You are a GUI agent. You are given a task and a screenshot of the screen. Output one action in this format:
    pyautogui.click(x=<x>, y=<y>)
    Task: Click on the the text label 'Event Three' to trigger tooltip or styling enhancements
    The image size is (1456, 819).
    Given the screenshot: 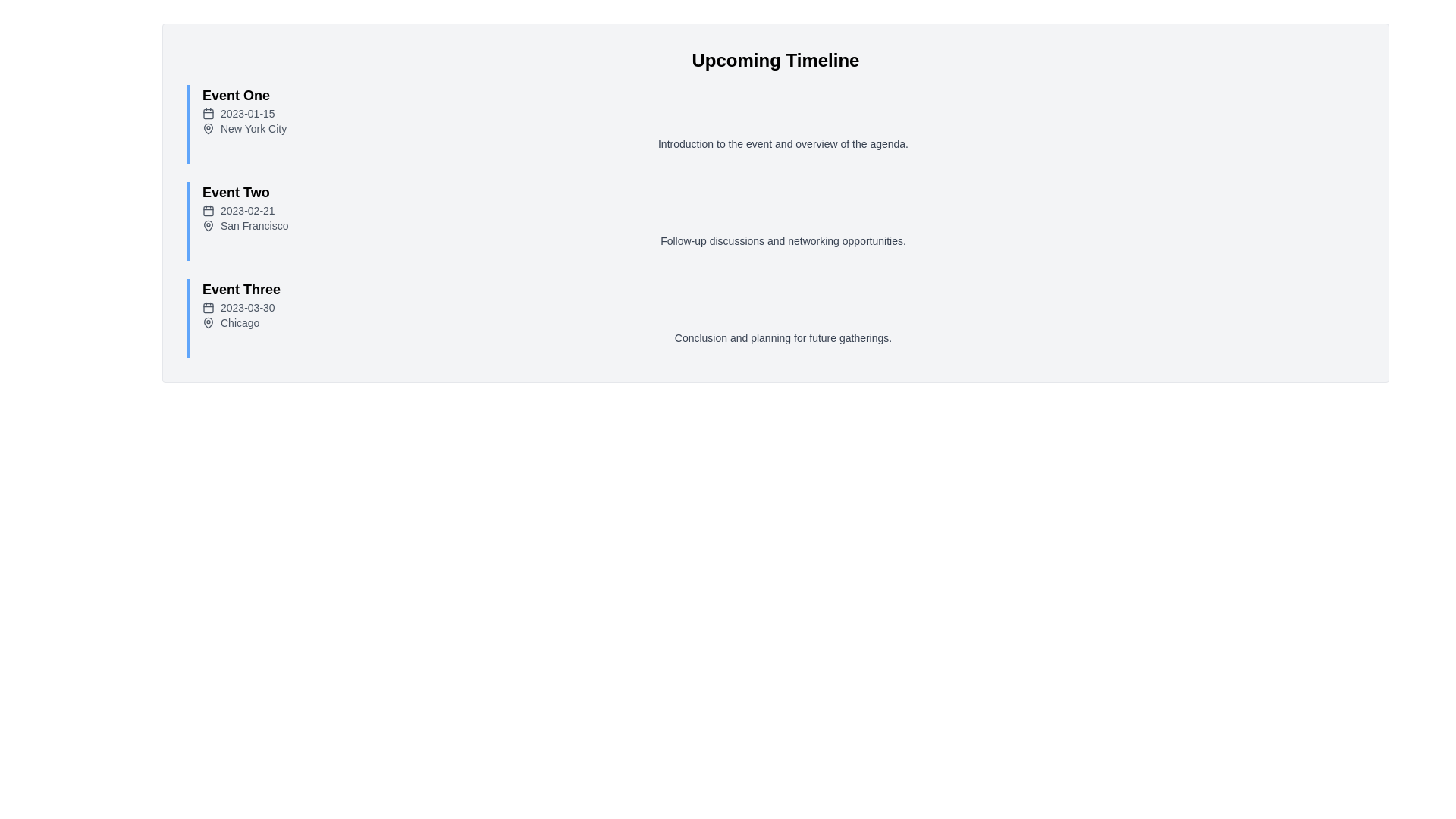 What is the action you would take?
    pyautogui.click(x=240, y=289)
    